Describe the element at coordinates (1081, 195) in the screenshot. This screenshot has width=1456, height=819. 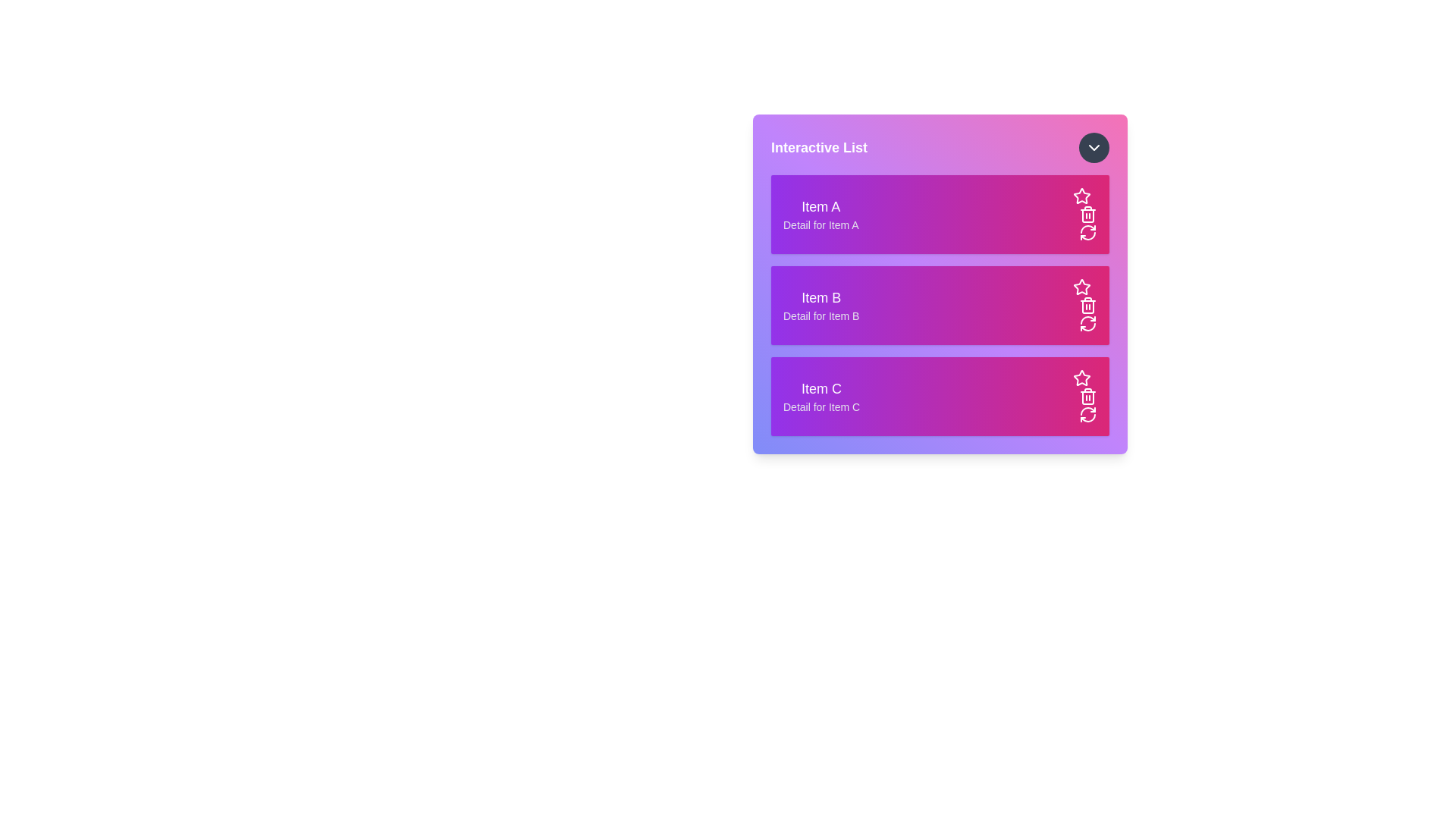
I see `the star icon for Item A to mark it as favorite` at that location.